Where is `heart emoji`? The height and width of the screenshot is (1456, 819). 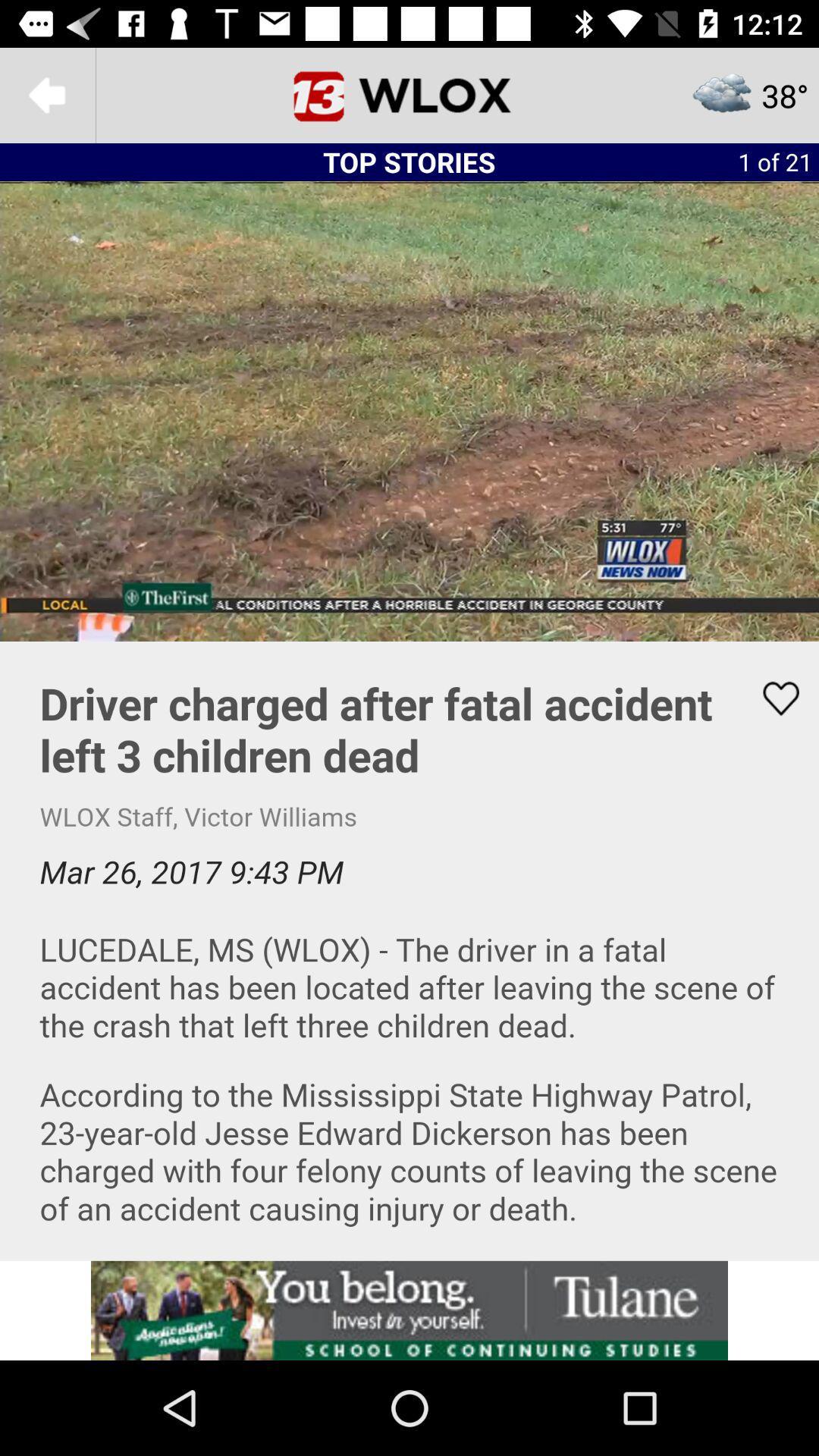
heart emoji is located at coordinates (771, 698).